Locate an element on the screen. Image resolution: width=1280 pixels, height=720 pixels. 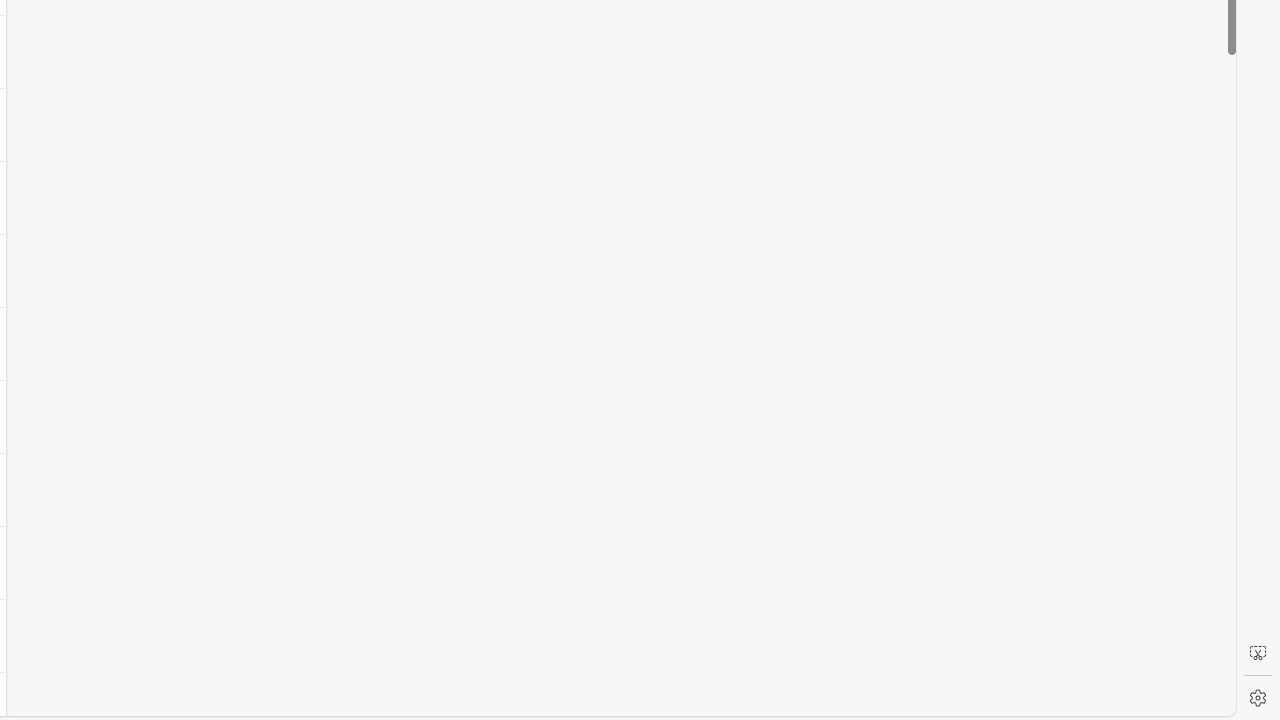
'Settings' is located at coordinates (1256, 696).